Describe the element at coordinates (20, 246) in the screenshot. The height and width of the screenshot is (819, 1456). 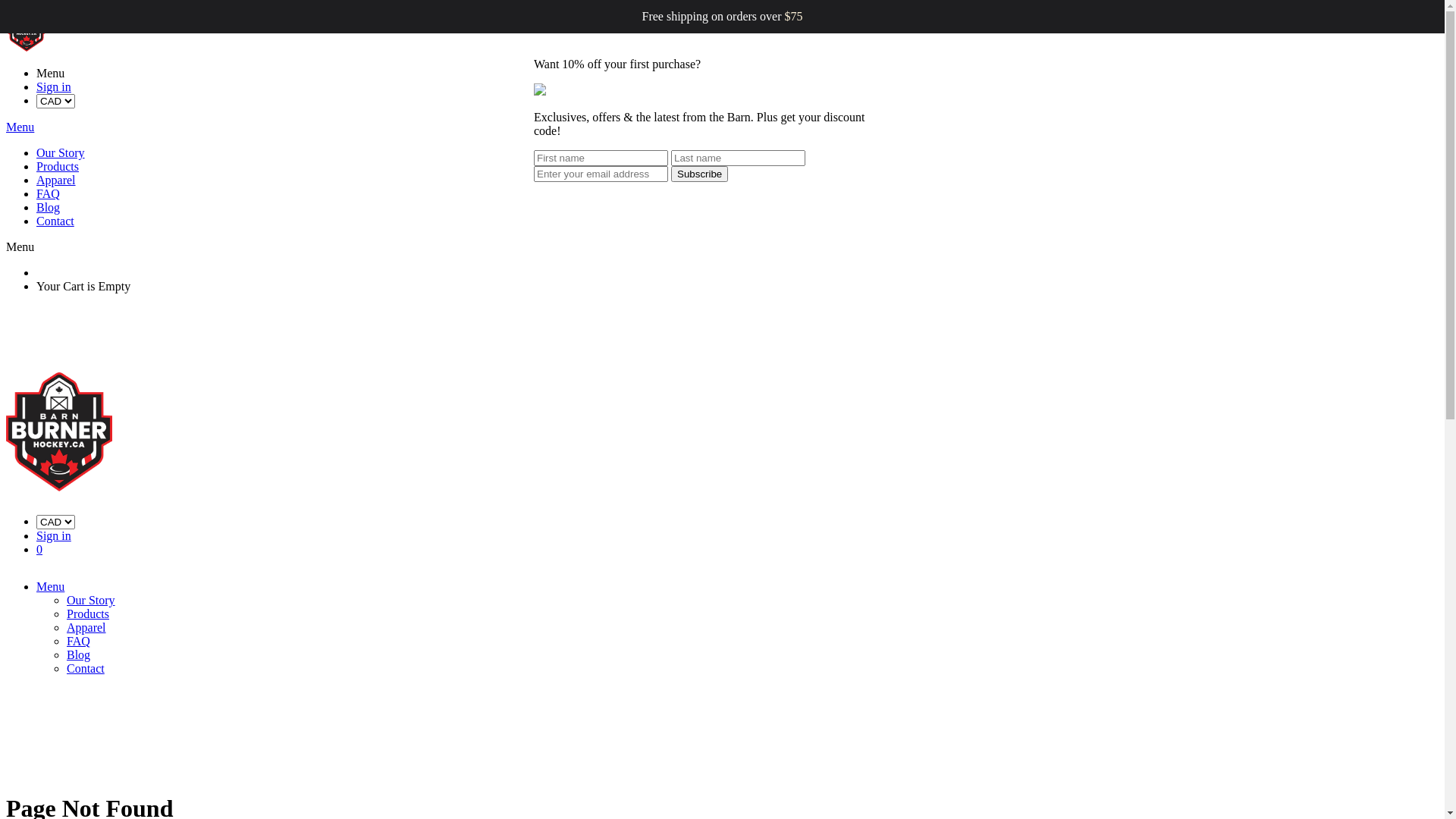
I see `'Menu'` at that location.